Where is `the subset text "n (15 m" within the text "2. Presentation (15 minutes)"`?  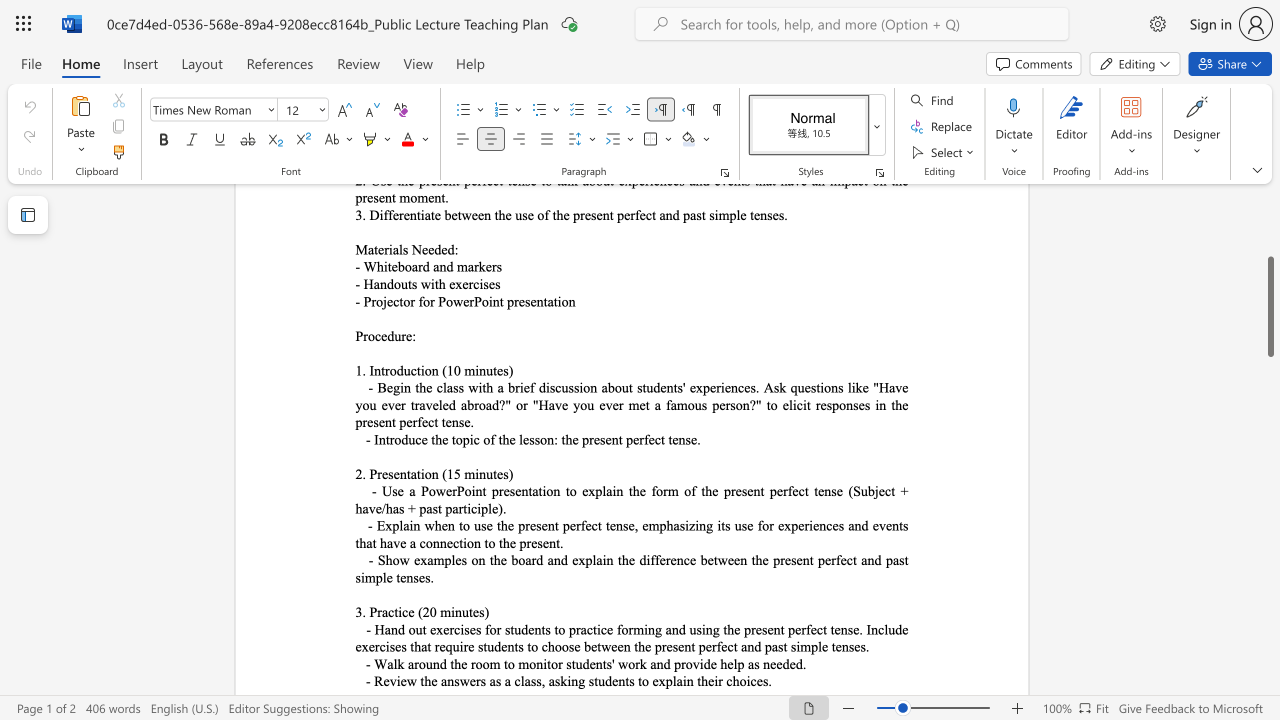 the subset text "n (15 m" within the text "2. Presentation (15 minutes)" is located at coordinates (430, 474).